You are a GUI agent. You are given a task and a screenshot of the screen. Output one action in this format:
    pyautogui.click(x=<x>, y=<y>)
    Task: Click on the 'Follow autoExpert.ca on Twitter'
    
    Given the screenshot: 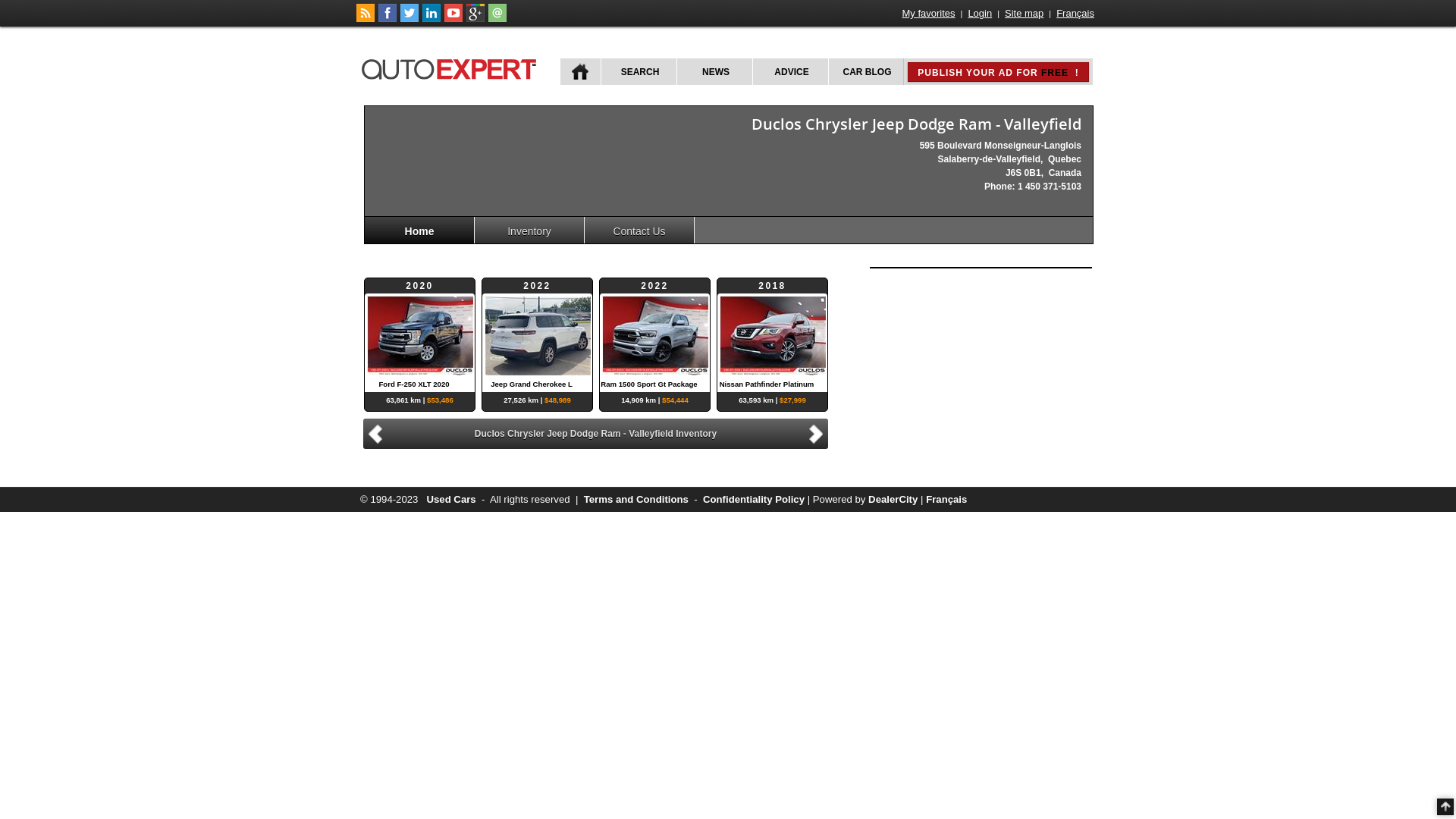 What is the action you would take?
    pyautogui.click(x=409, y=18)
    